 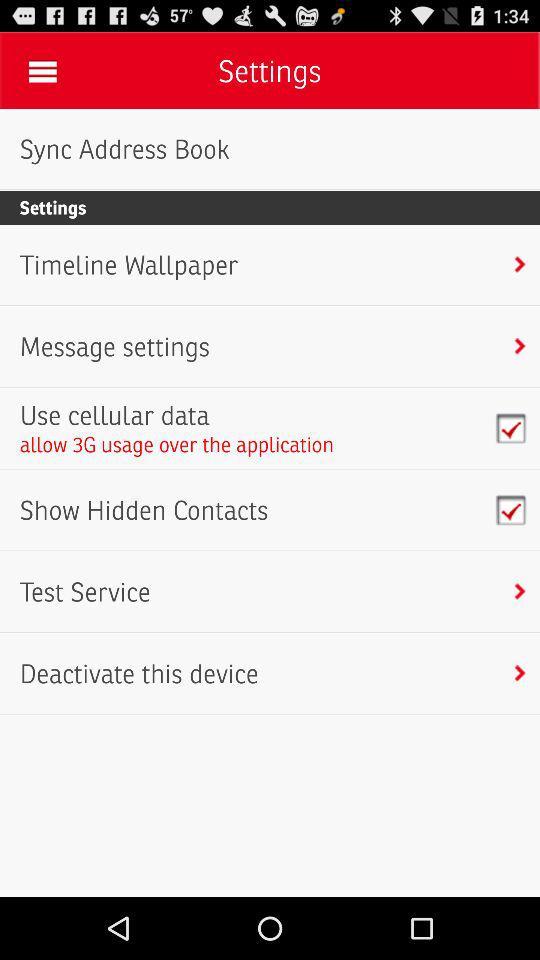 What do you see at coordinates (143, 509) in the screenshot?
I see `the show hidden contacts app` at bounding box center [143, 509].